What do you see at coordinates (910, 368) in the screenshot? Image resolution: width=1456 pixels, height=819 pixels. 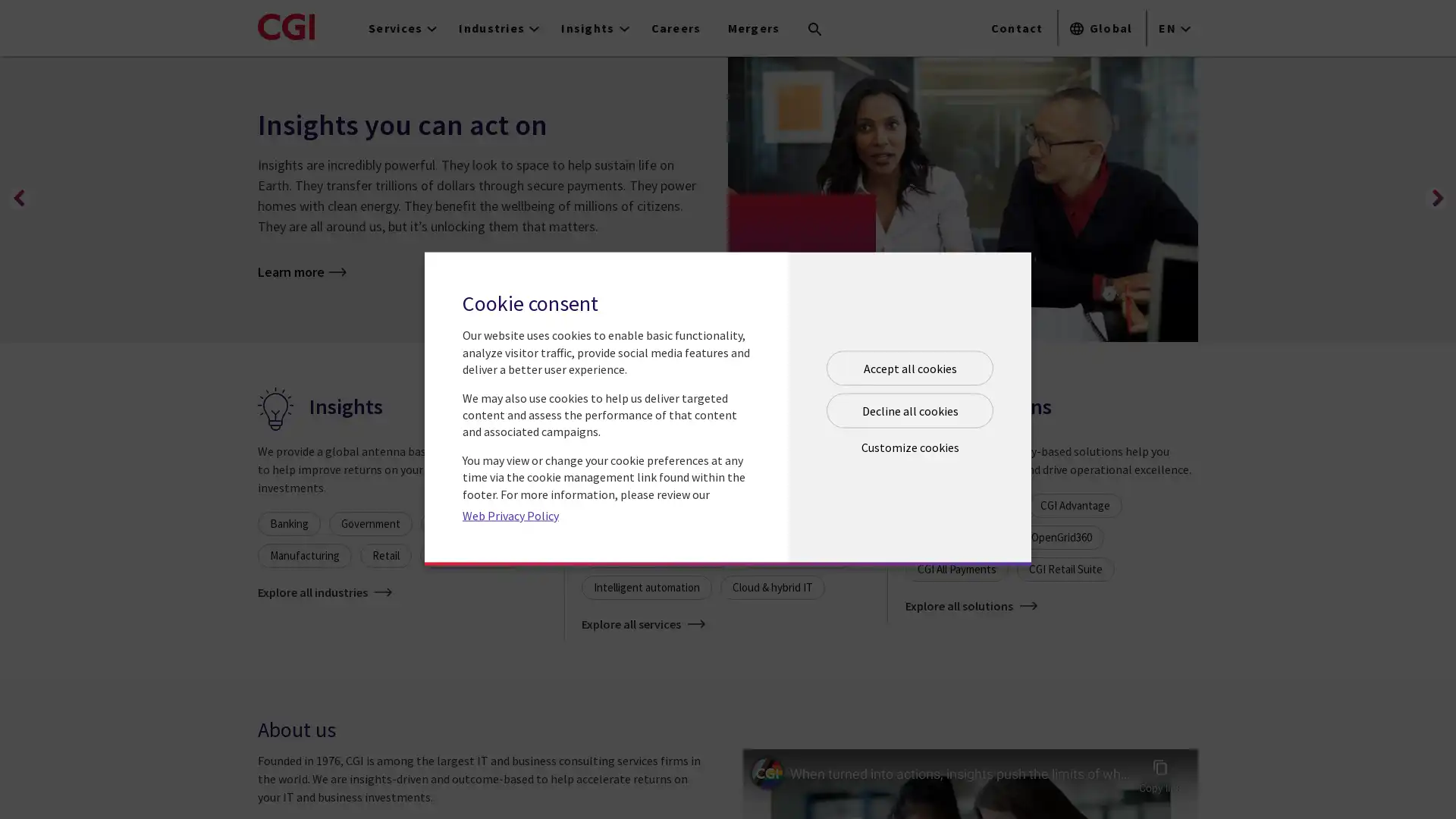 I see `Accept all cookies` at bounding box center [910, 368].